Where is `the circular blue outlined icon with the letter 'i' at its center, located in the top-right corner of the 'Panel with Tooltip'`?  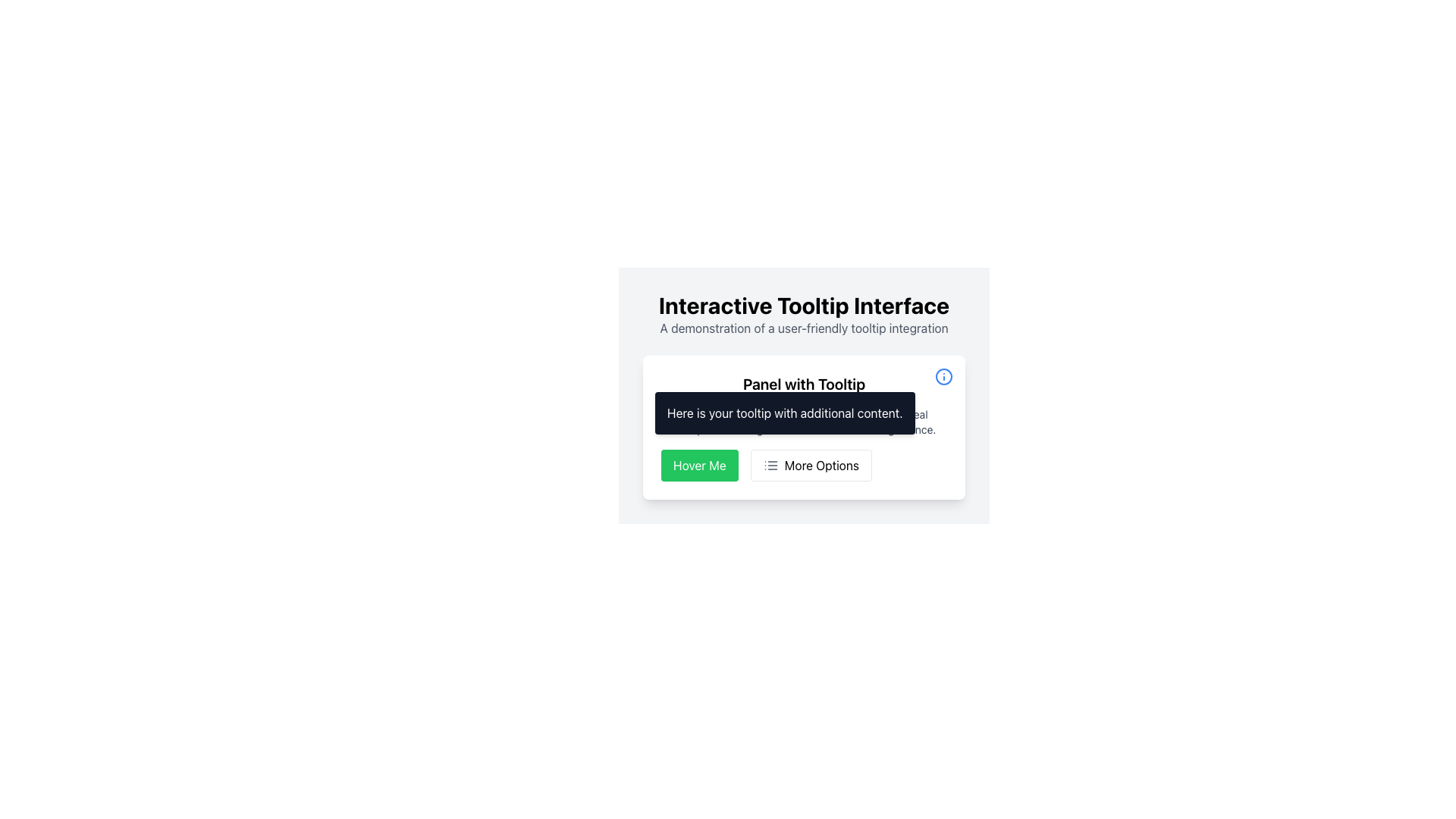 the circular blue outlined icon with the letter 'i' at its center, located in the top-right corner of the 'Panel with Tooltip' is located at coordinates (943, 376).